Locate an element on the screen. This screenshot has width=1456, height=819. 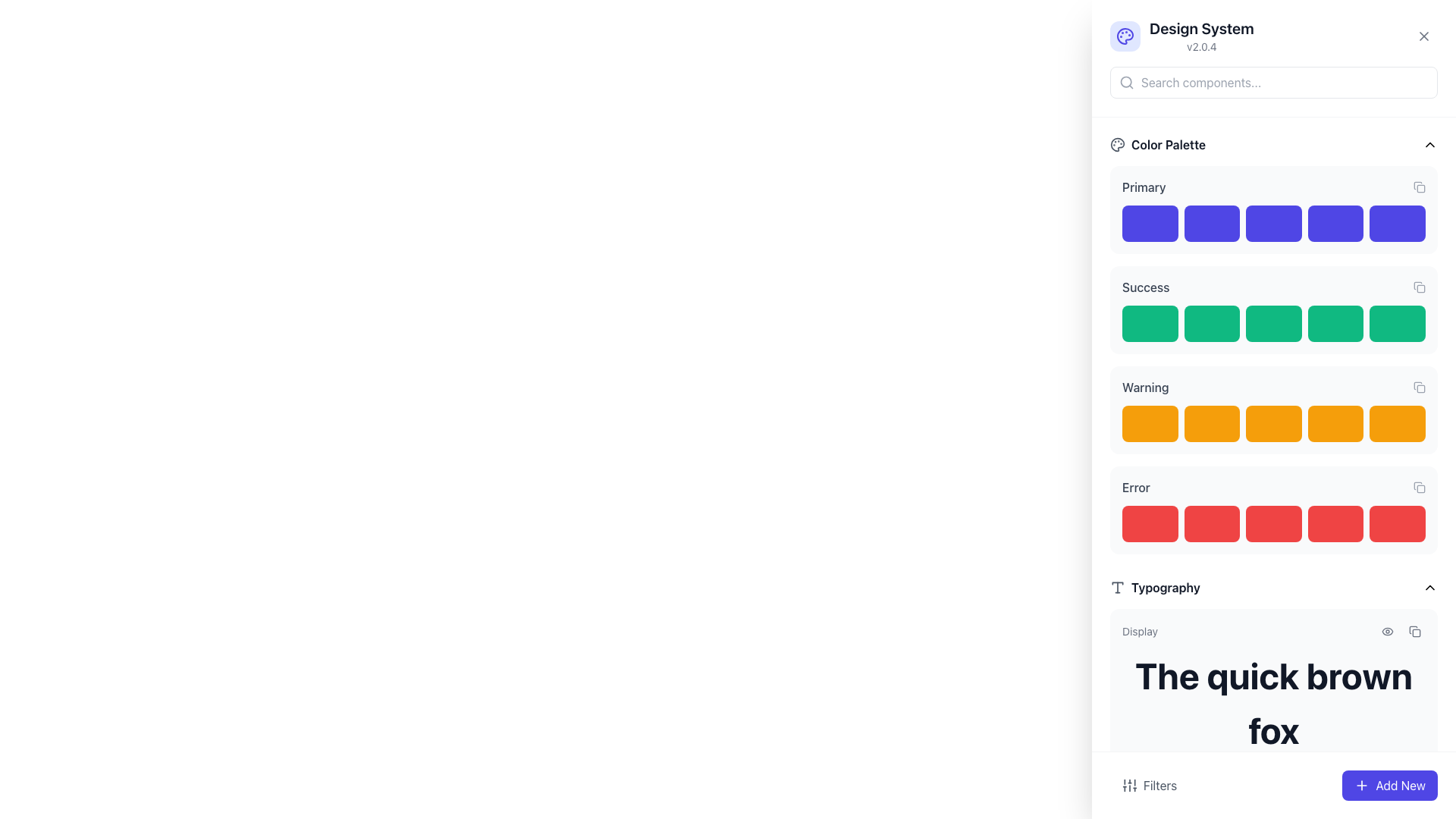
the orange rectangular button in the third position from the left within the 'Warning' section of the 'Color Palette' group to observe the hover effect is located at coordinates (1274, 409).